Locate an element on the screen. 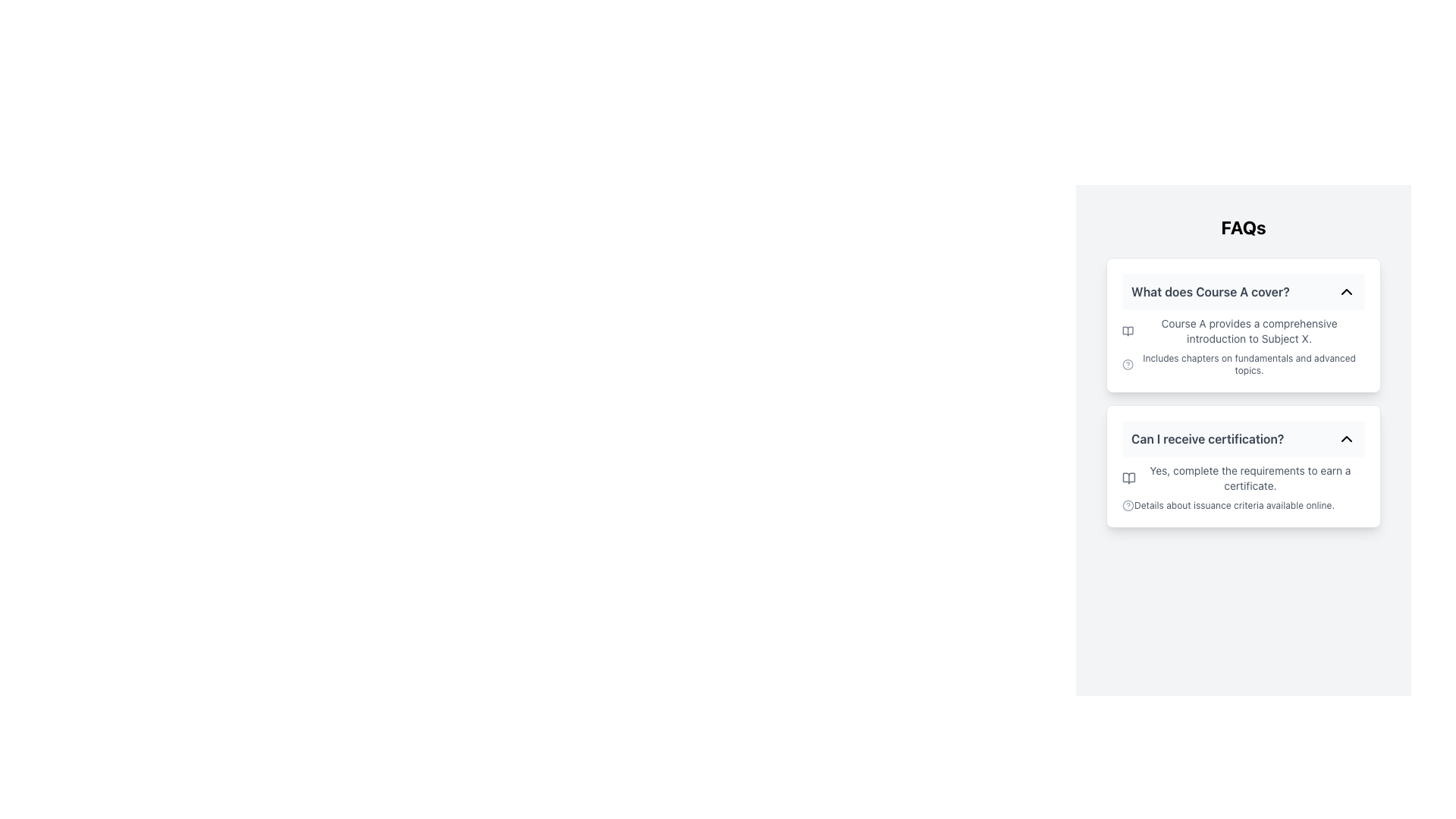 This screenshot has width=1456, height=819. the content of the text label reading 'Can I receive certification?' which is styled in bold and dark gray, located in the second collapsible section of the FAQ list is located at coordinates (1207, 438).